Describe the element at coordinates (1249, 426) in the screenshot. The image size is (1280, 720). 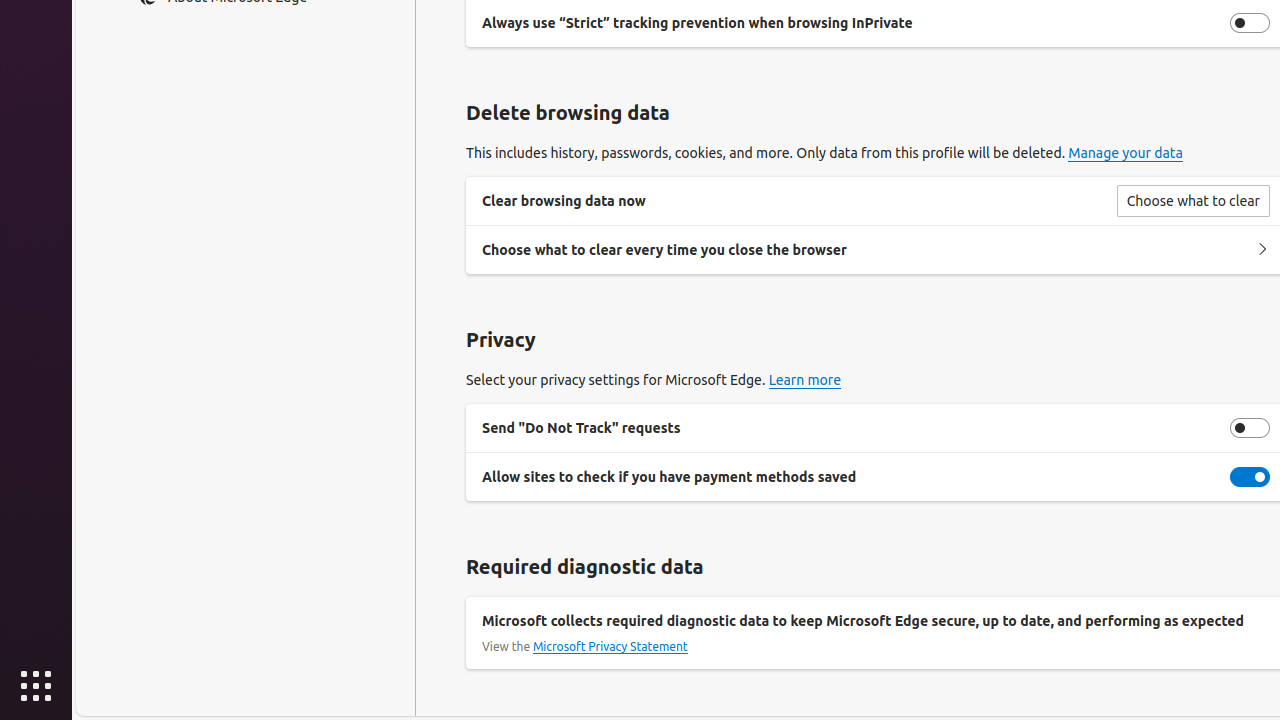
I see `'Send "Do Not Track" requests'` at that location.